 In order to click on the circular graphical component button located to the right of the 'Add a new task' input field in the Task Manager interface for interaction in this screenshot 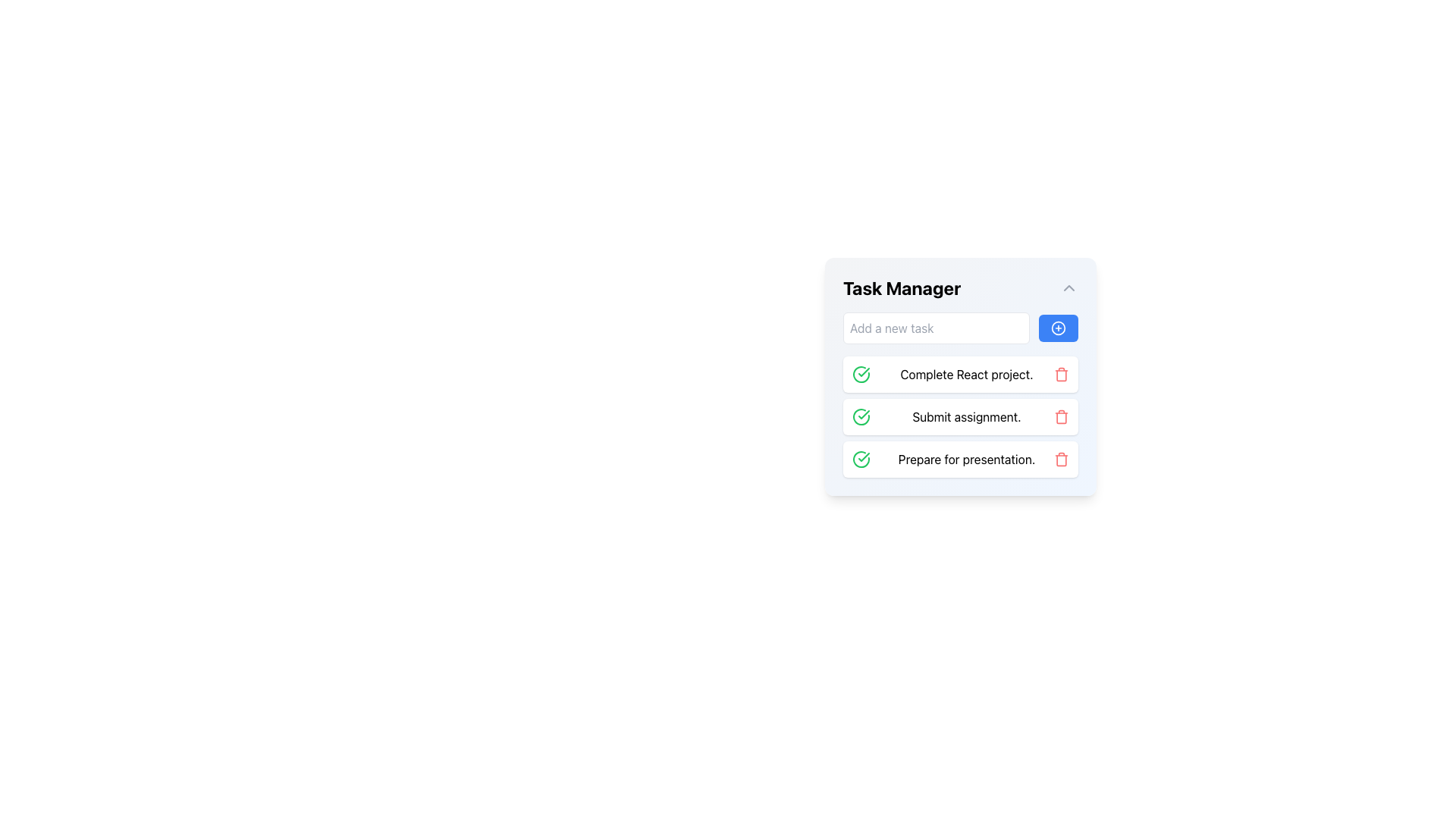, I will do `click(1058, 327)`.